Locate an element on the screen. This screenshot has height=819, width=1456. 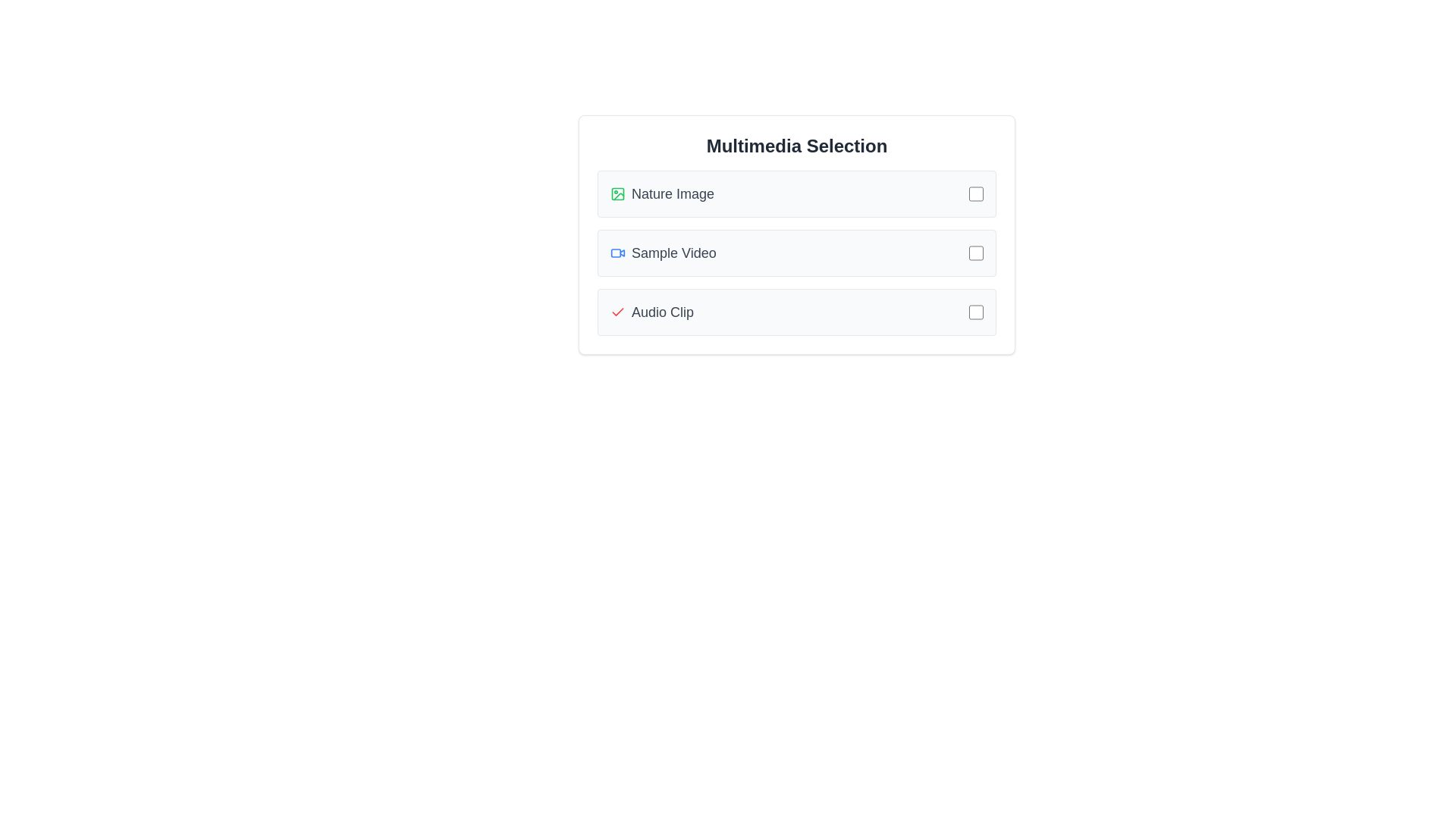
the 'Audio Clip' label with a red checkmark icon located in the 'Multimedia Selection' section, which is the third item in the vertical list is located at coordinates (789, 312).